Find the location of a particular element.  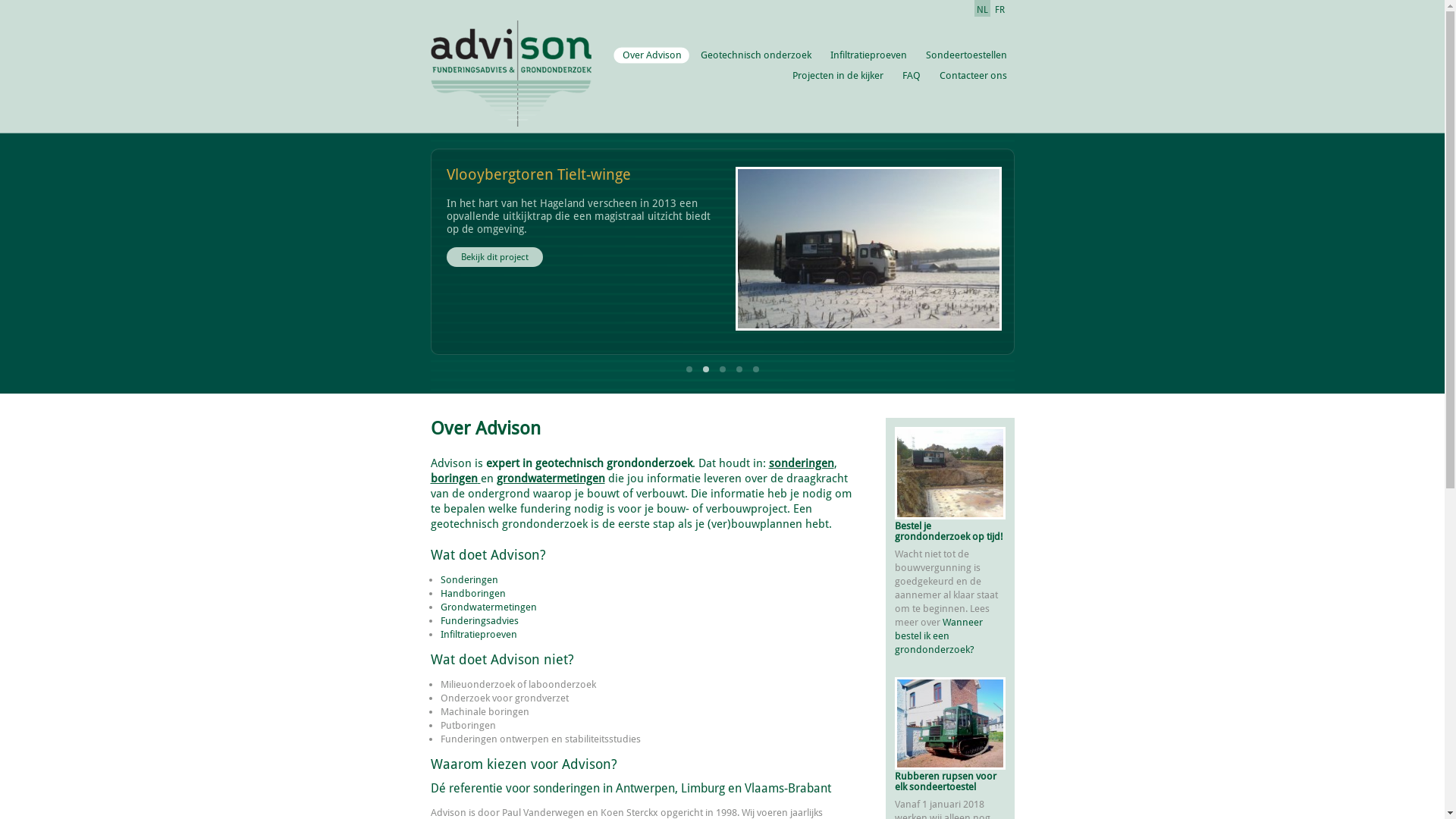

'Over Advison' is located at coordinates (651, 55).